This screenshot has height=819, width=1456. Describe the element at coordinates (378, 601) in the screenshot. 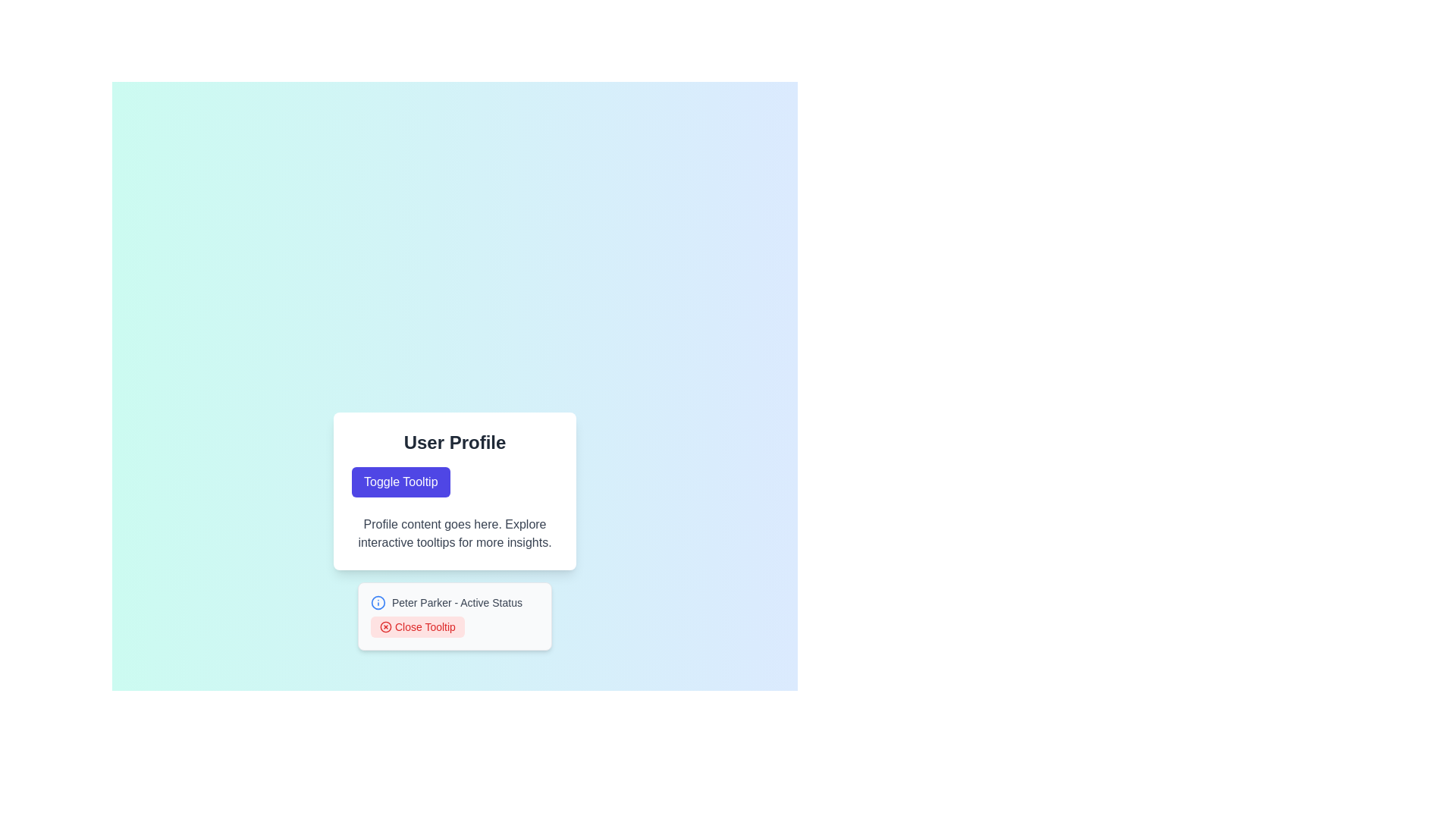

I see `the status indicator icon located at the leftmost position in the group containing 'Peter Parker - Active Status' at the bottom of the card` at that location.